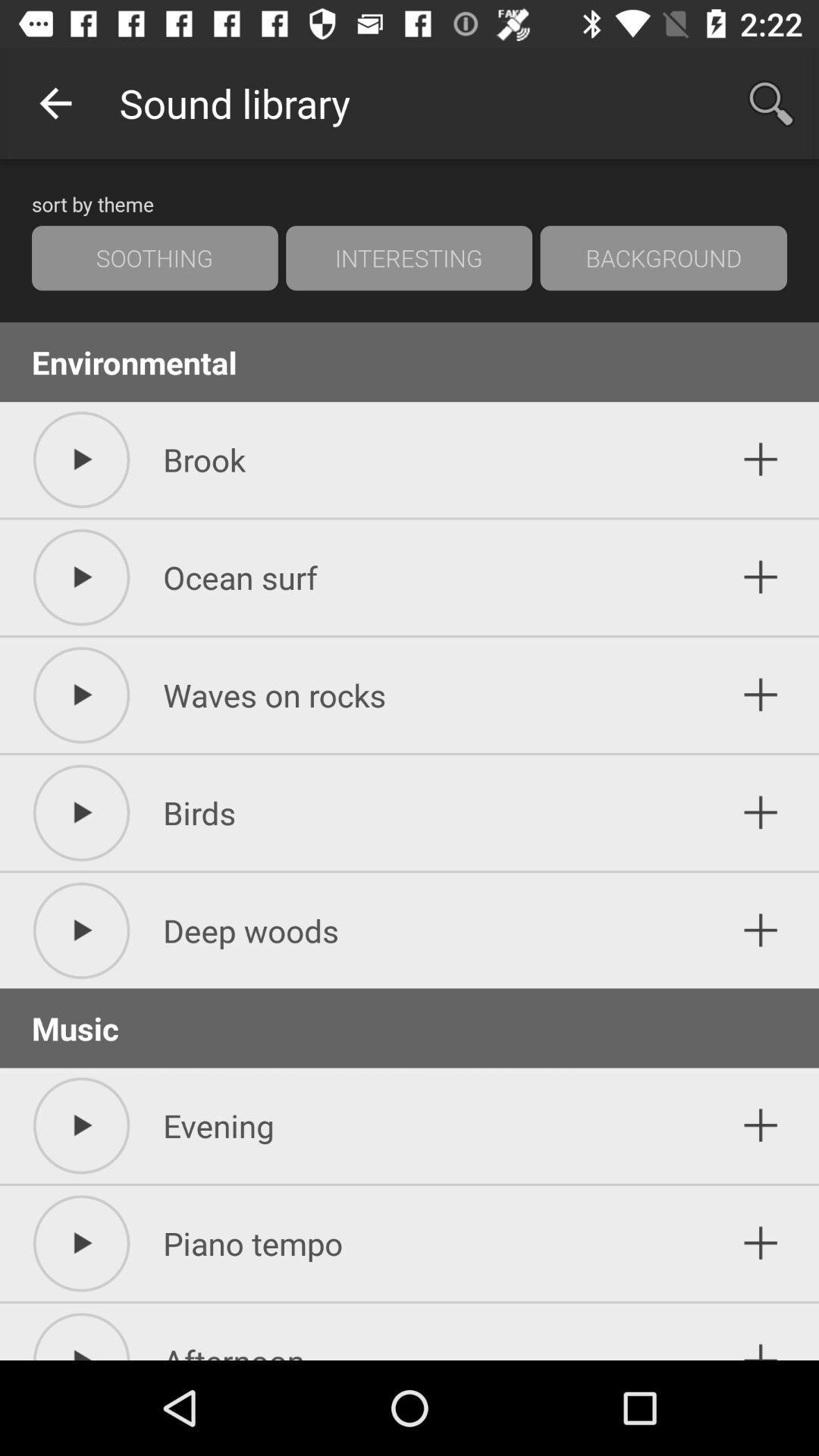 This screenshot has height=1456, width=819. Describe the element at coordinates (408, 258) in the screenshot. I see `item to the right of the soothing` at that location.